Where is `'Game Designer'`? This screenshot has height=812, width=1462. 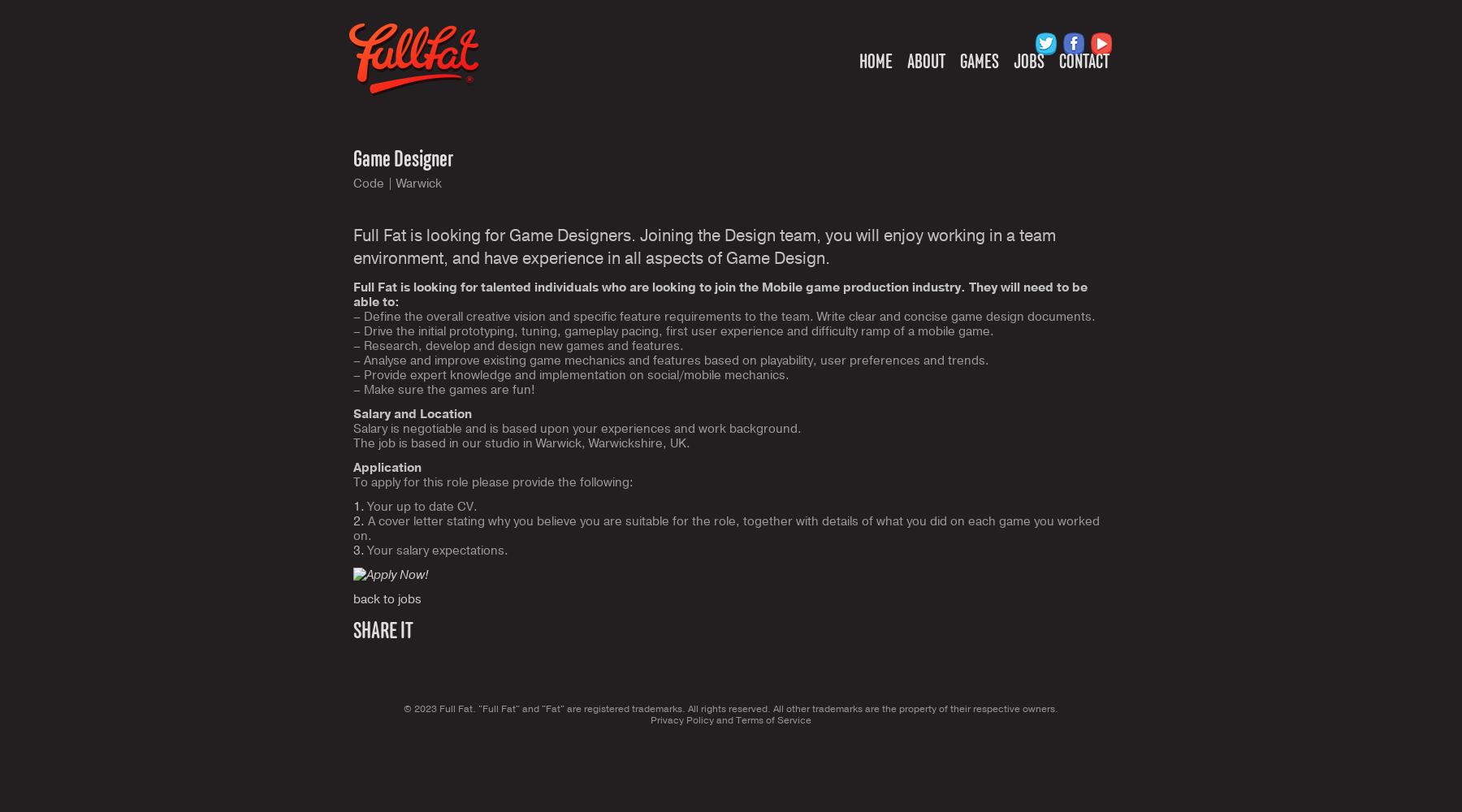 'Game Designer' is located at coordinates (402, 158).